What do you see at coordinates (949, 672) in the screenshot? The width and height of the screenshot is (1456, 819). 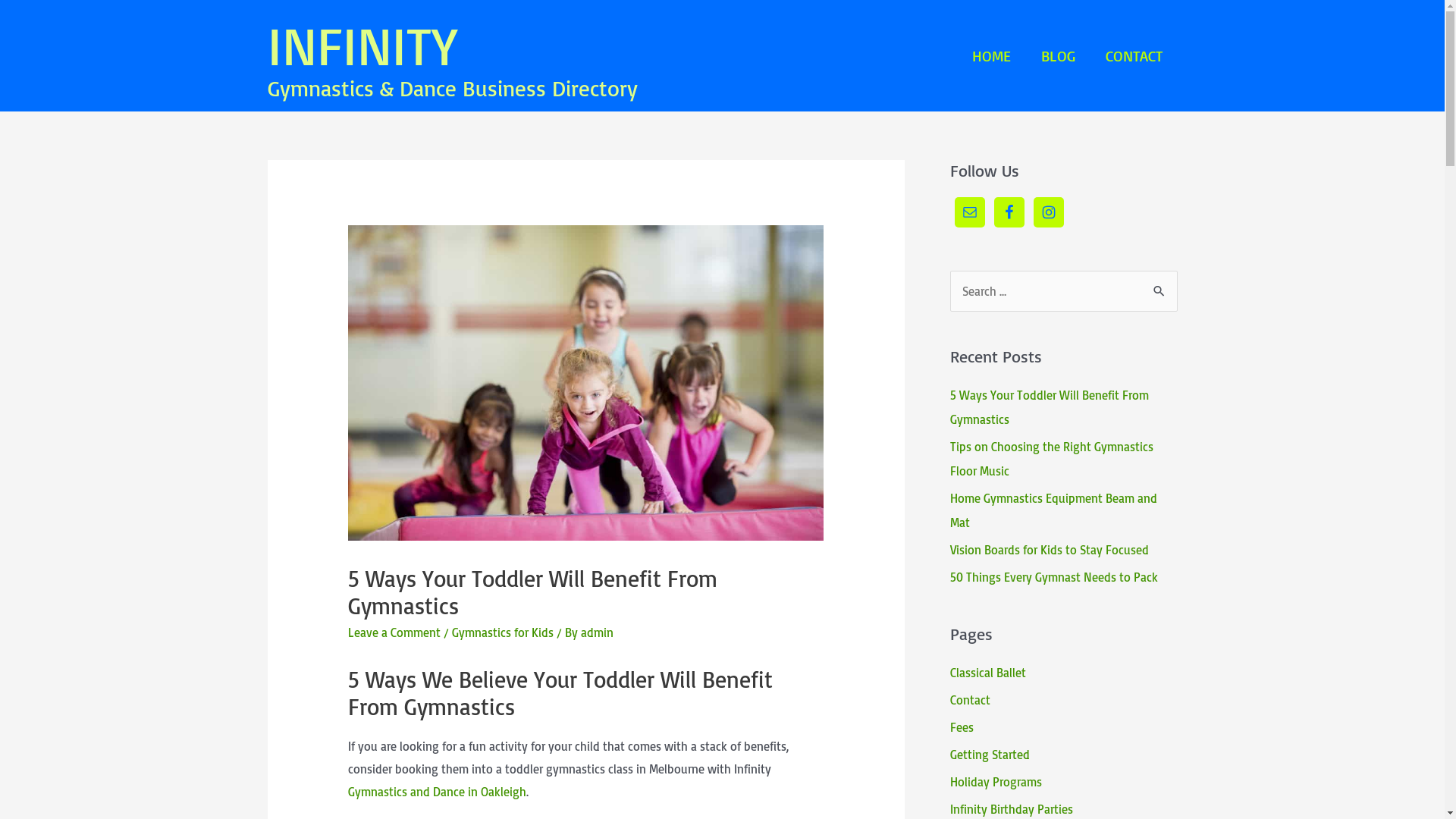 I see `'Classical Ballet'` at bounding box center [949, 672].